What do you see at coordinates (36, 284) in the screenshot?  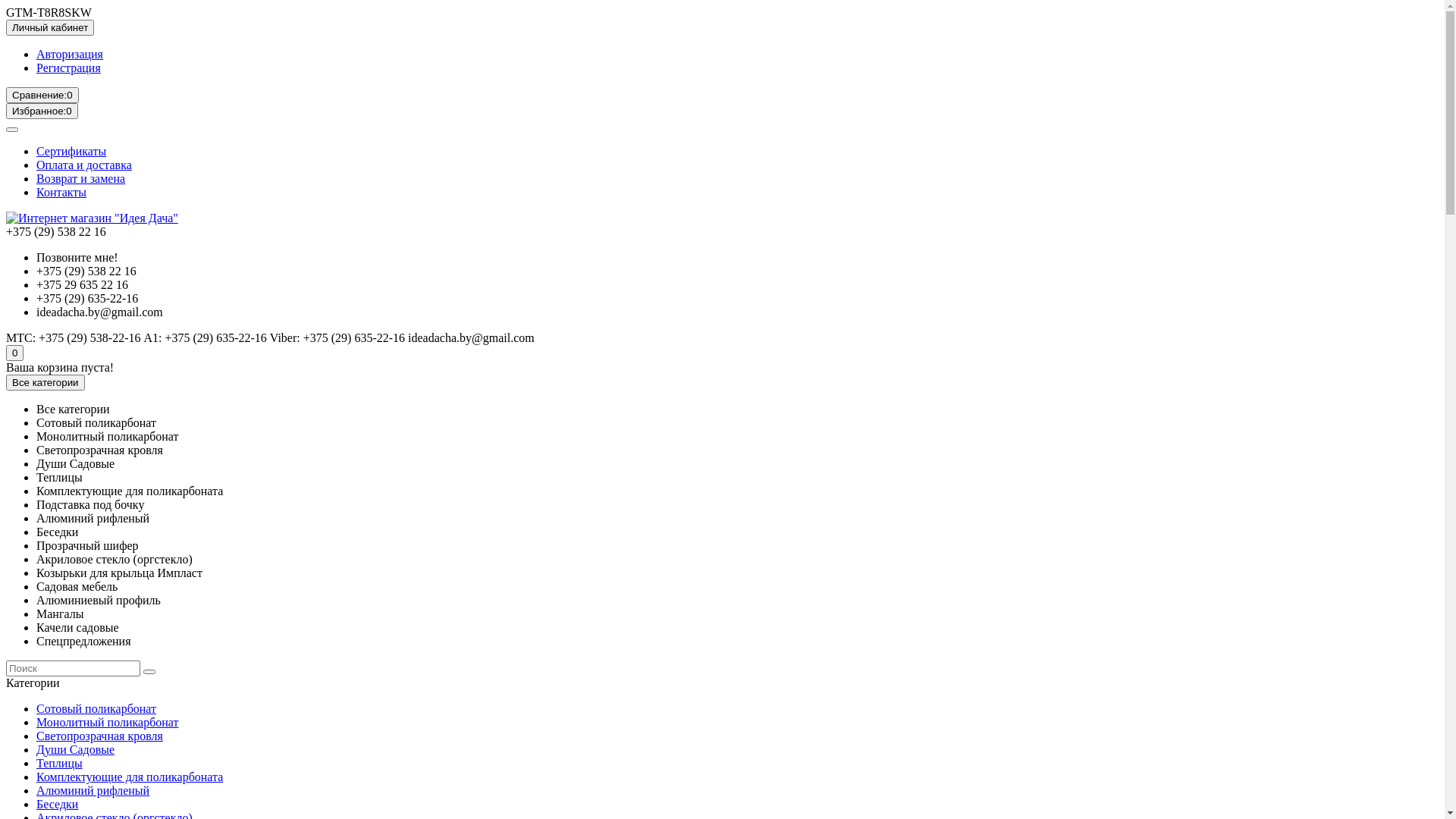 I see `'+375 29 635 22 16'` at bounding box center [36, 284].